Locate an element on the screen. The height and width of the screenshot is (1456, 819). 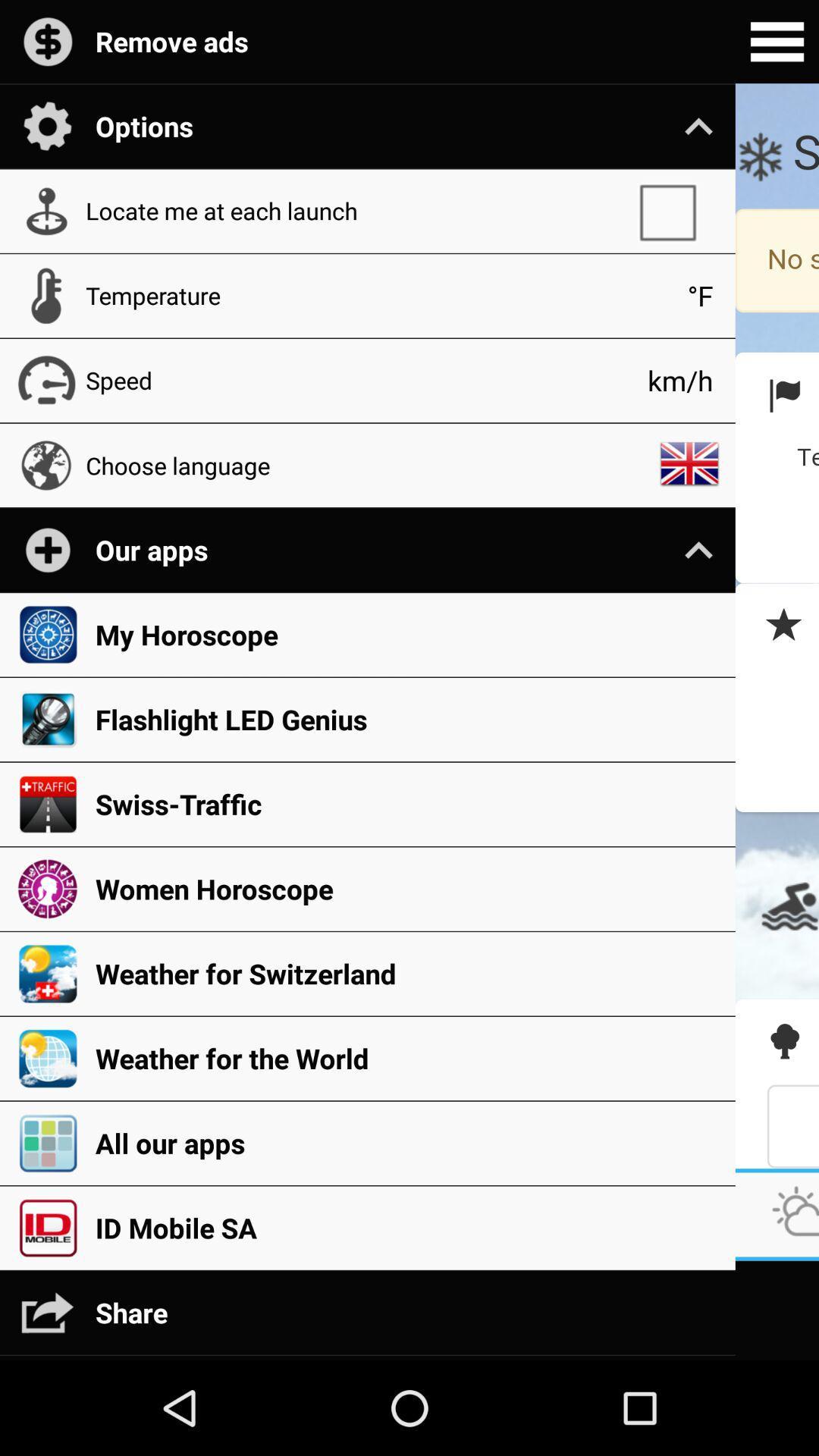
the icon above the our apps icon is located at coordinates (689, 464).